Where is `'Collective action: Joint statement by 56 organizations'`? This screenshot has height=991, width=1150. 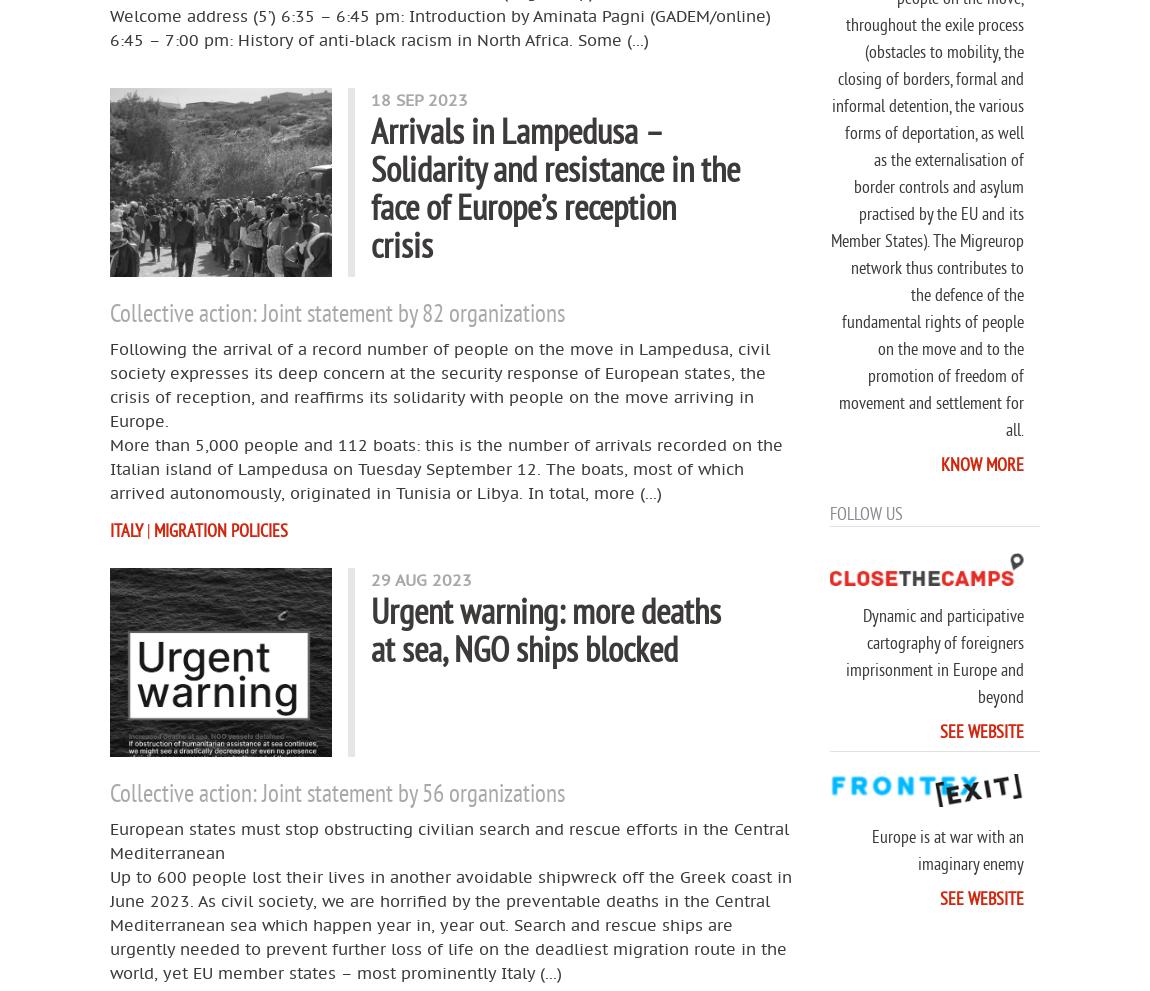 'Collective action: Joint statement by 56 organizations' is located at coordinates (109, 792).